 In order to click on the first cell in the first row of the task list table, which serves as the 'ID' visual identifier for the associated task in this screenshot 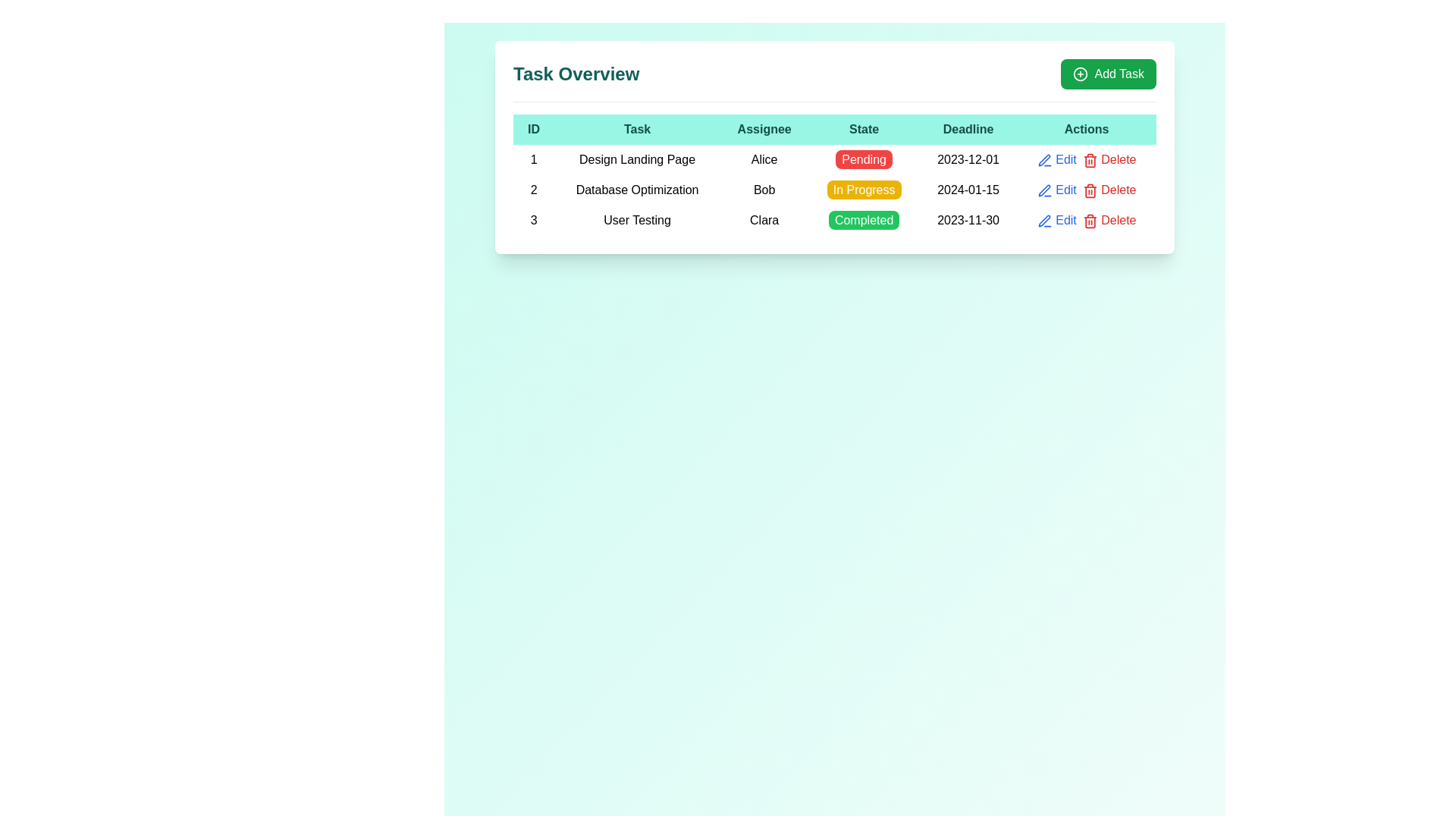, I will do `click(534, 160)`.